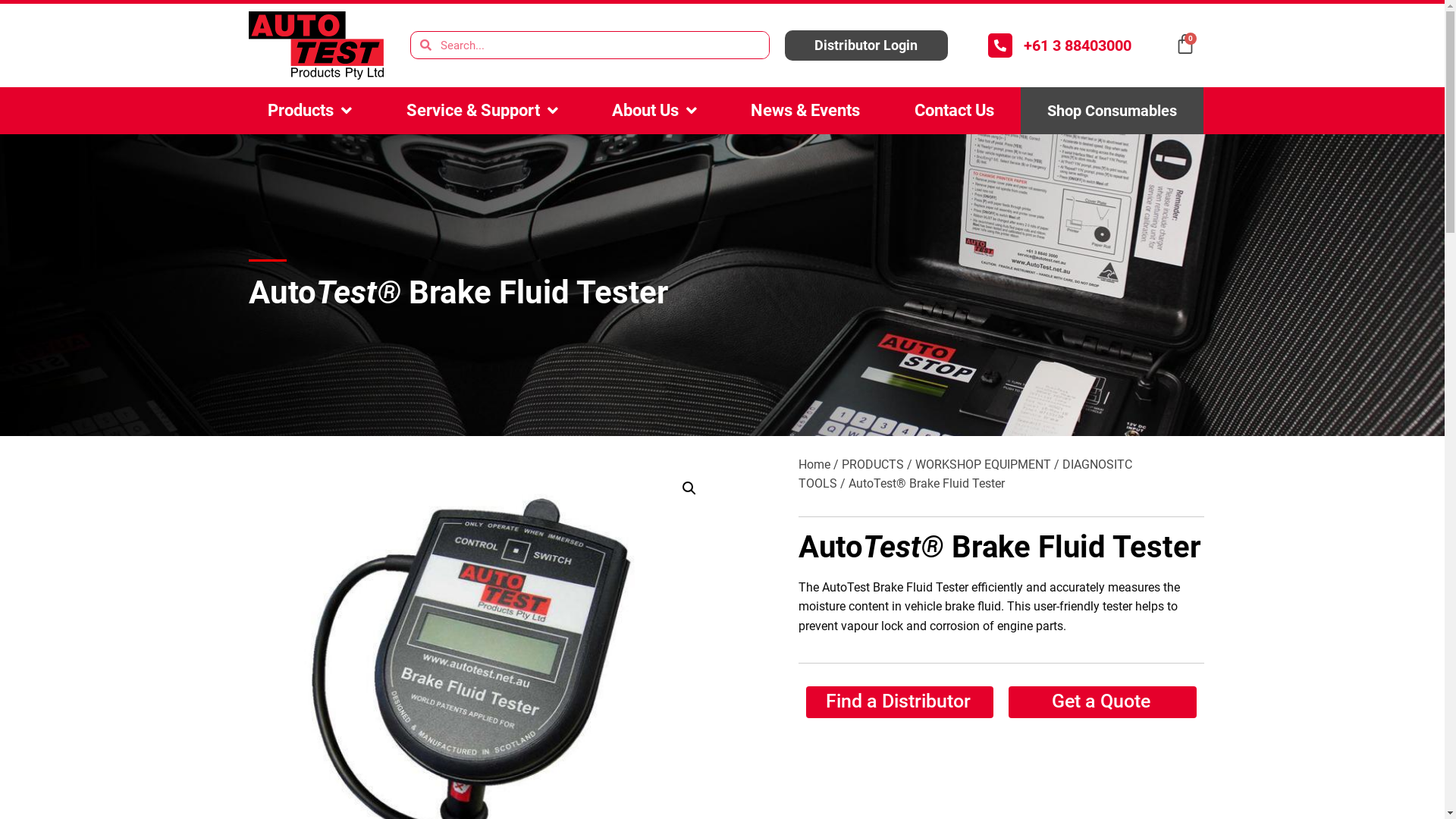  What do you see at coordinates (1174, 43) in the screenshot?
I see `'0'` at bounding box center [1174, 43].